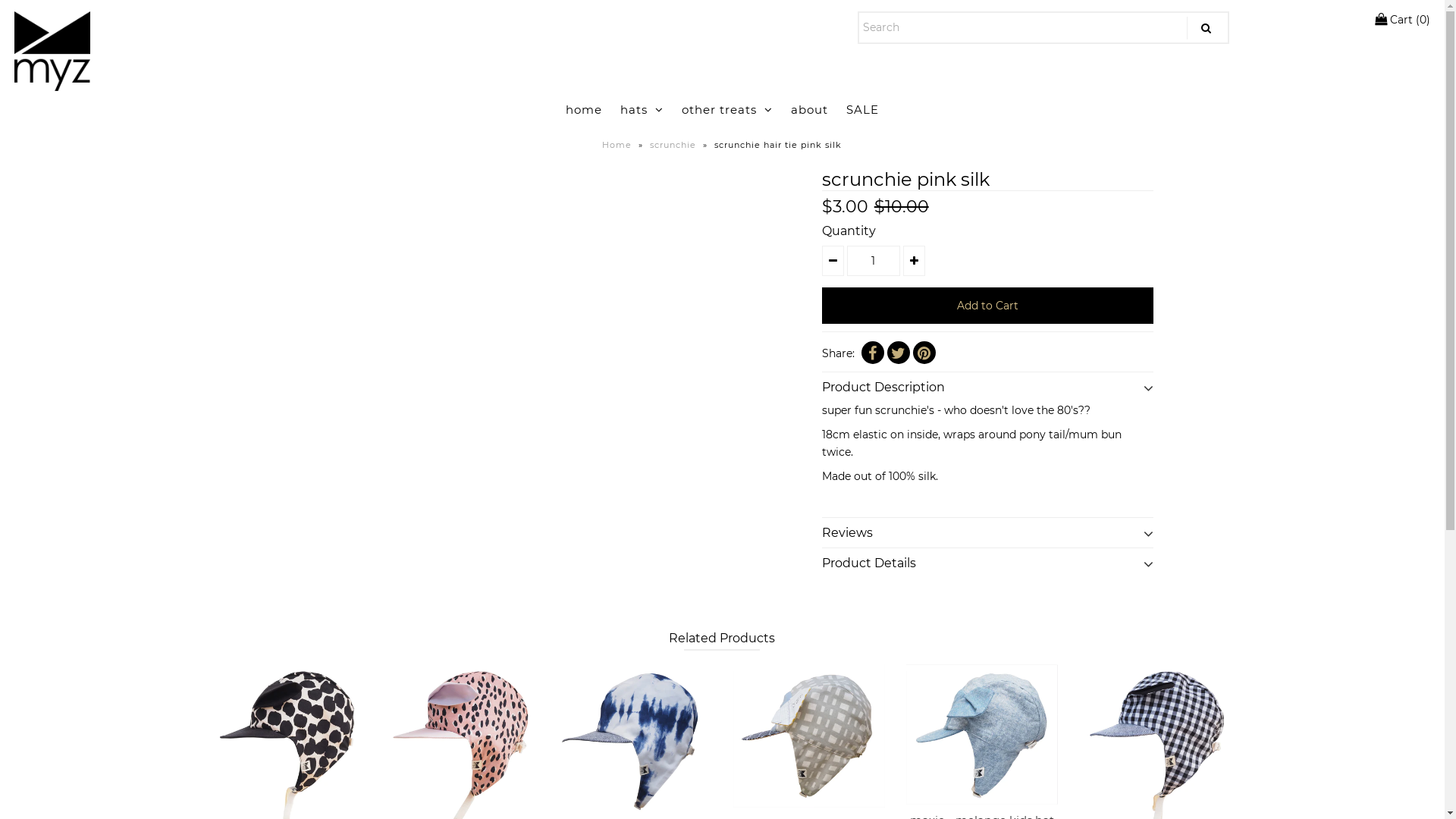 The height and width of the screenshot is (819, 1456). I want to click on 'Share on Pinterest', so click(924, 353).